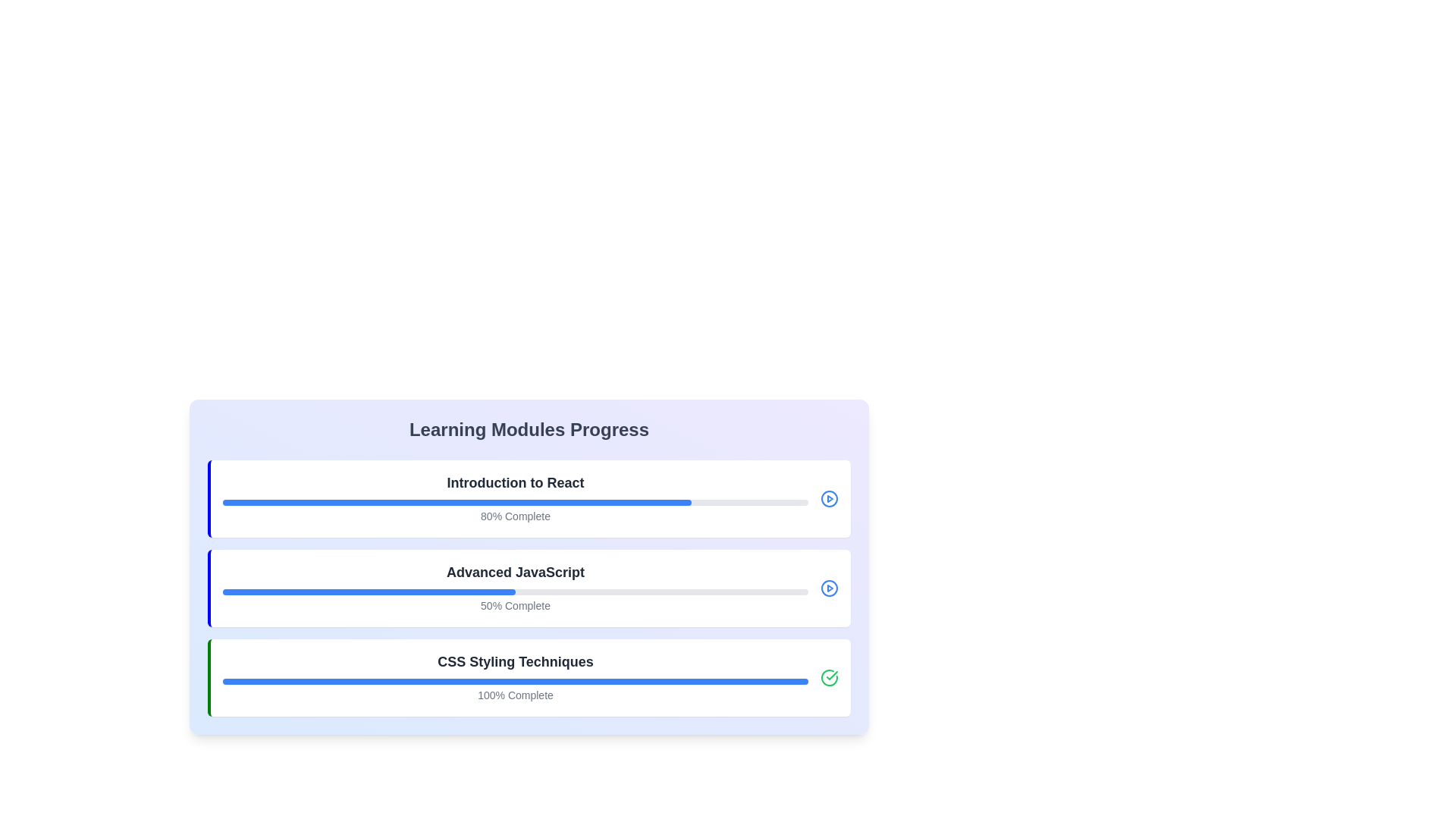 The height and width of the screenshot is (819, 1456). What do you see at coordinates (829, 499) in the screenshot?
I see `the icon button located at the top-right corner of the 'Introduction to React' module card` at bounding box center [829, 499].